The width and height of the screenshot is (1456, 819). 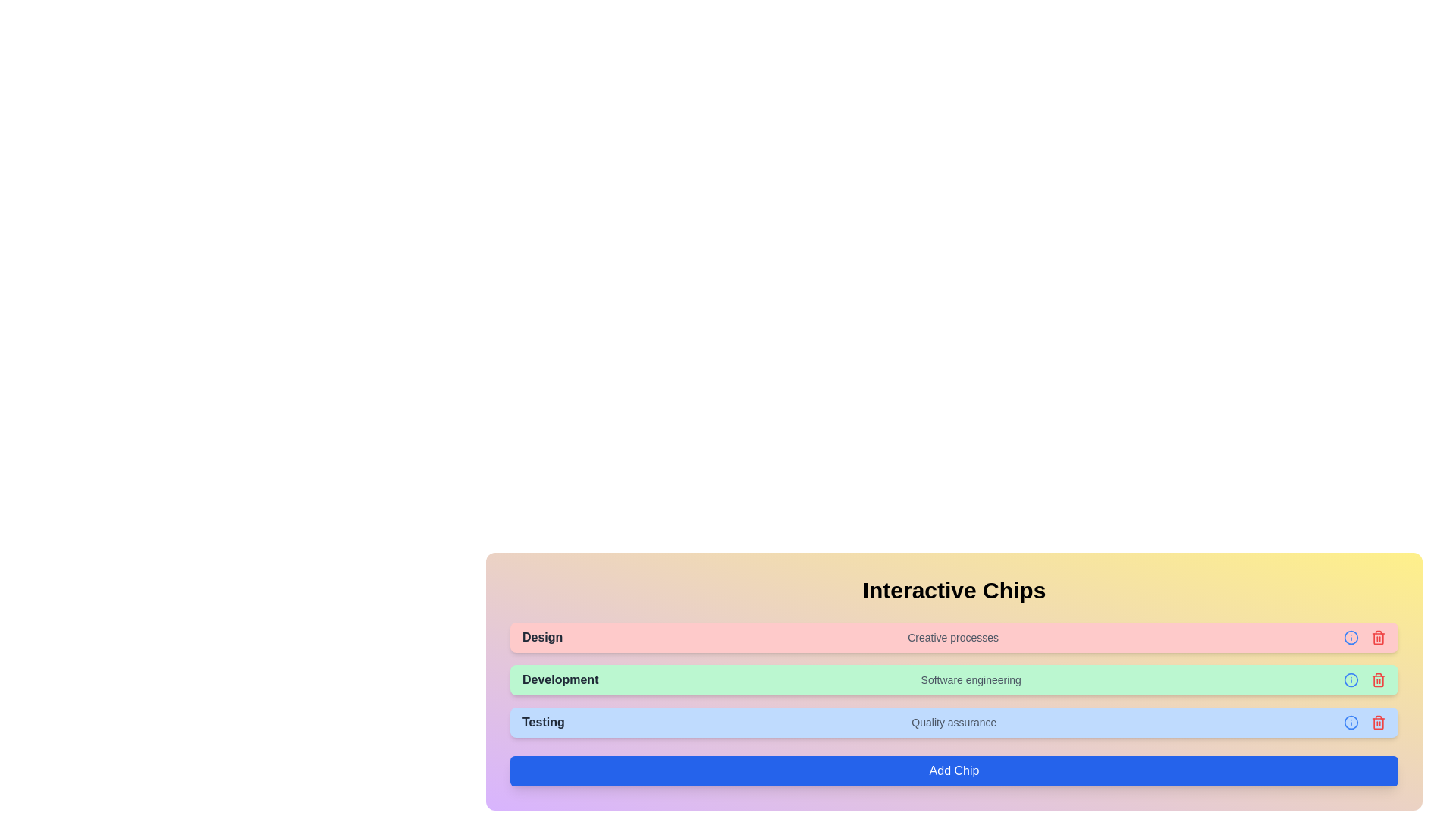 What do you see at coordinates (1351, 679) in the screenshot?
I see `'Info' icon for the chip labeled Development` at bounding box center [1351, 679].